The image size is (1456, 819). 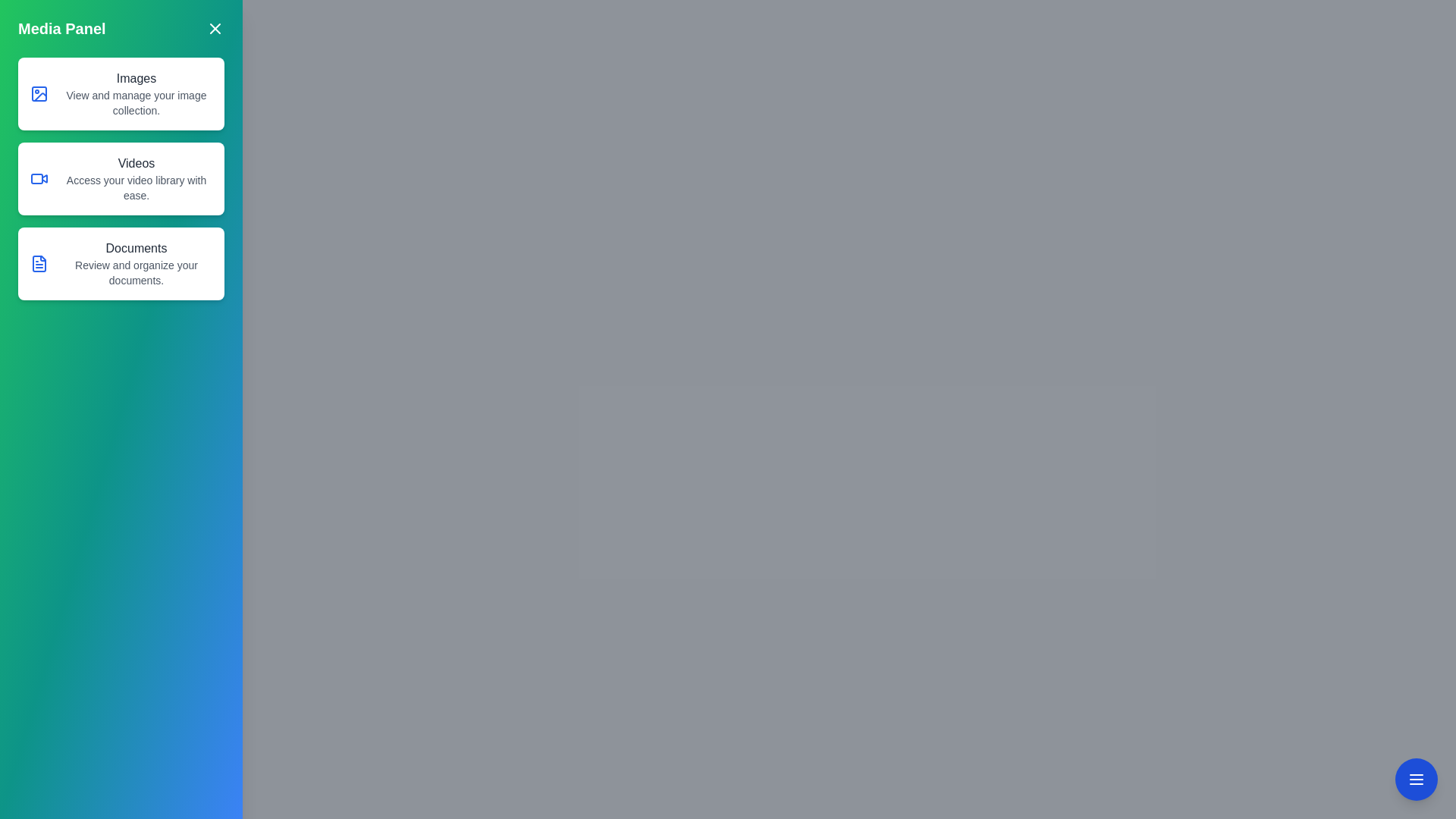 What do you see at coordinates (39, 262) in the screenshot?
I see `the non-interactive 'Documents' icon located in the third card of the left-side panel` at bounding box center [39, 262].